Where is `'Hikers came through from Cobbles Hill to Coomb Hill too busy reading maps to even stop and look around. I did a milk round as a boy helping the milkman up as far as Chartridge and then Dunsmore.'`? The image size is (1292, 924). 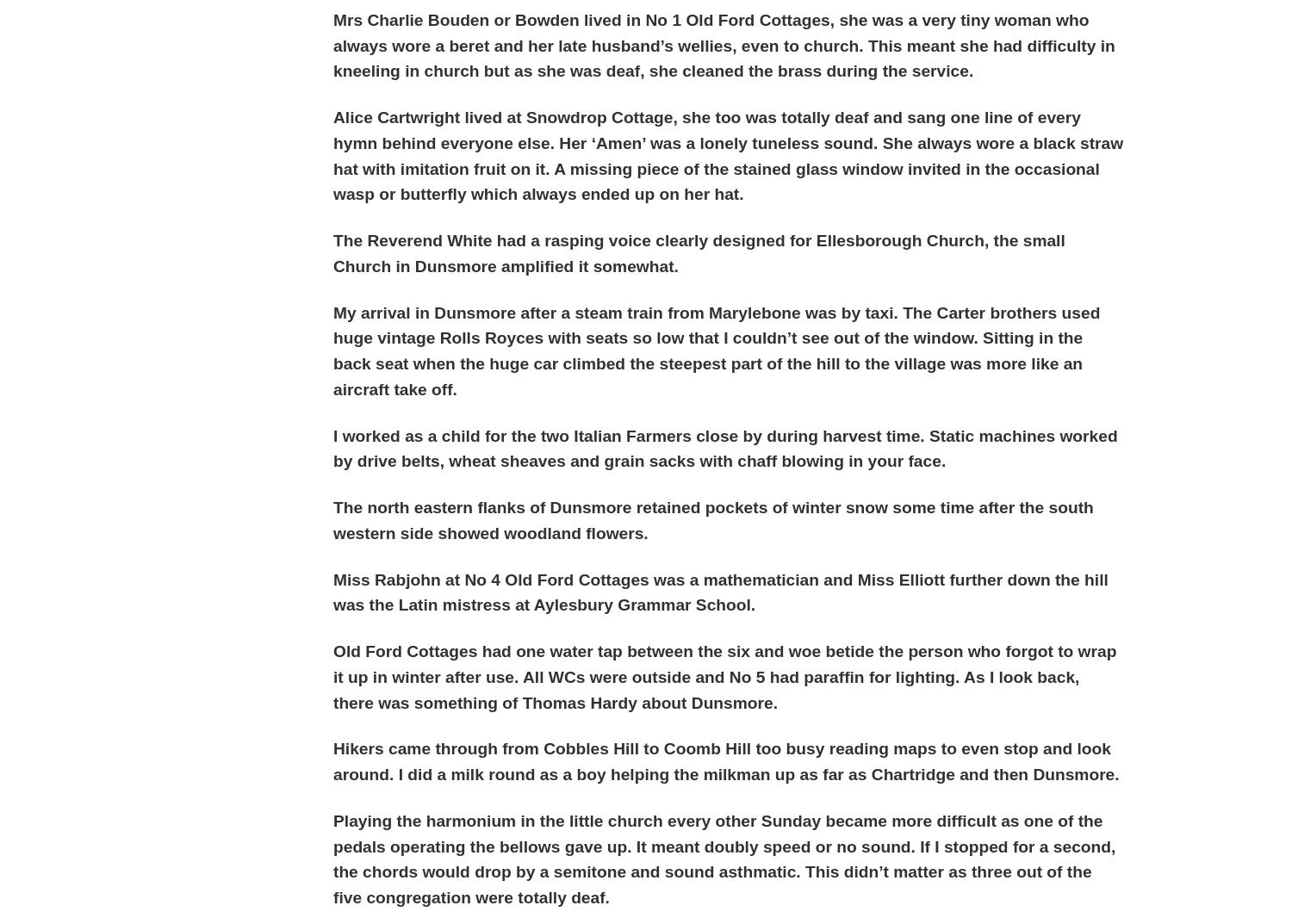 'Hikers came through from Cobbles Hill to Coomb Hill too busy reading maps to even stop and look around. I did a milk round as a boy helping the milkman up as far as Chartridge and then Dunsmore.' is located at coordinates (725, 760).